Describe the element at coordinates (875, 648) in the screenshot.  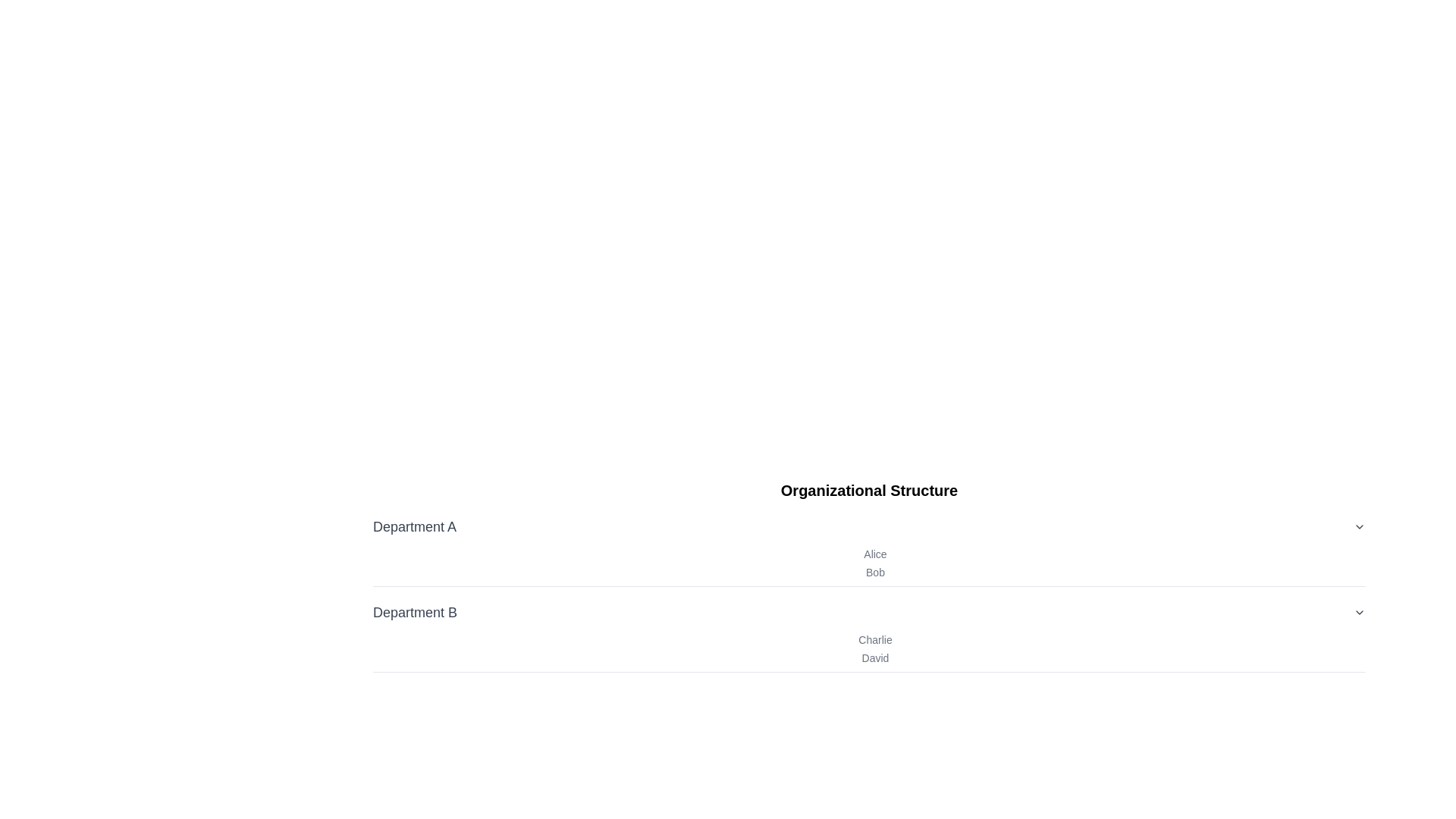
I see `the text block containing 'Charlie' and 'David', which is styled in gray and positioned under the heading 'Department B'` at that location.